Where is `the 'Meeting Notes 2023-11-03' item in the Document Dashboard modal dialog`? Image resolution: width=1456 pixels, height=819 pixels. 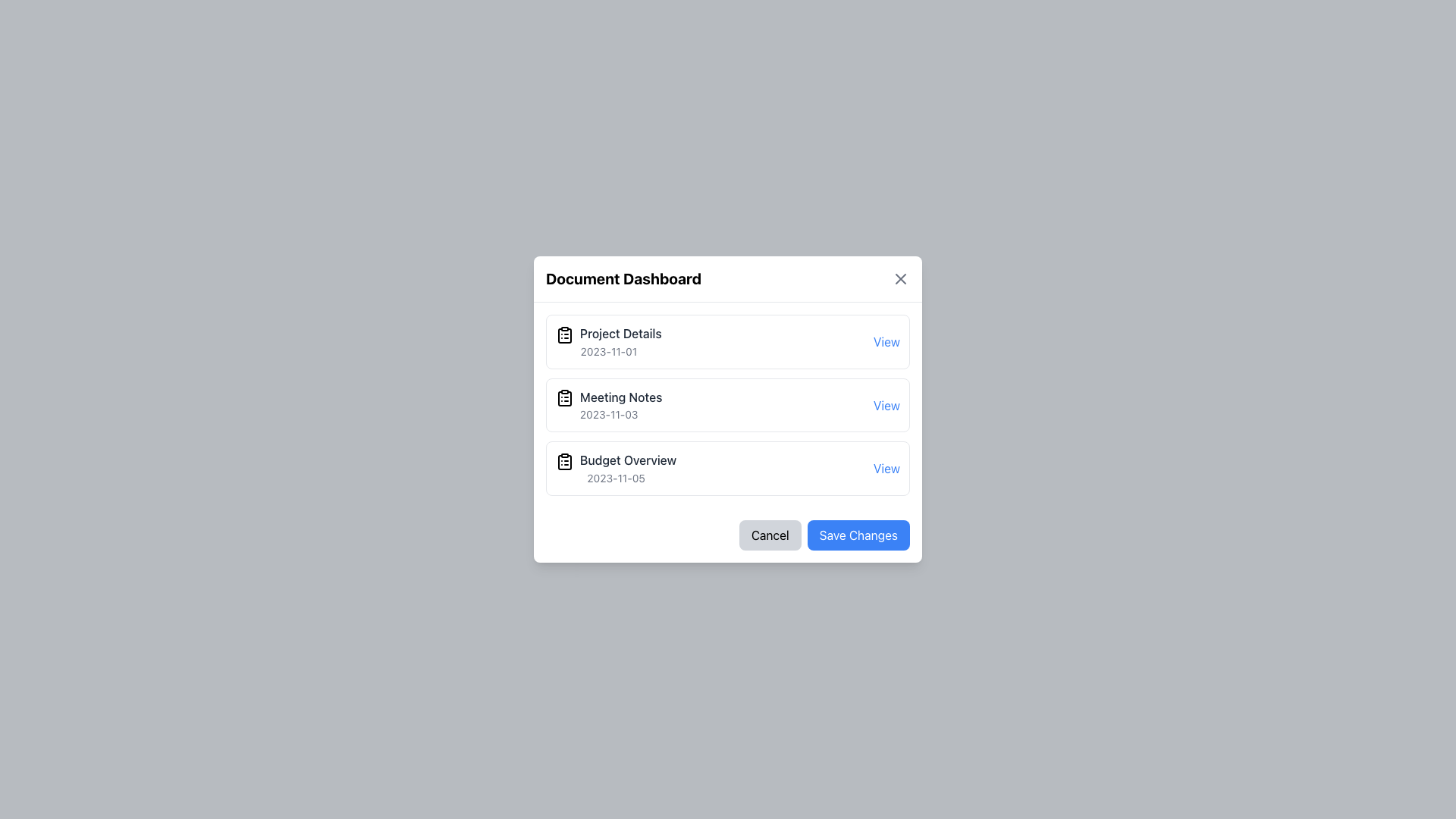 the 'Meeting Notes 2023-11-03' item in the Document Dashboard modal dialog is located at coordinates (728, 409).